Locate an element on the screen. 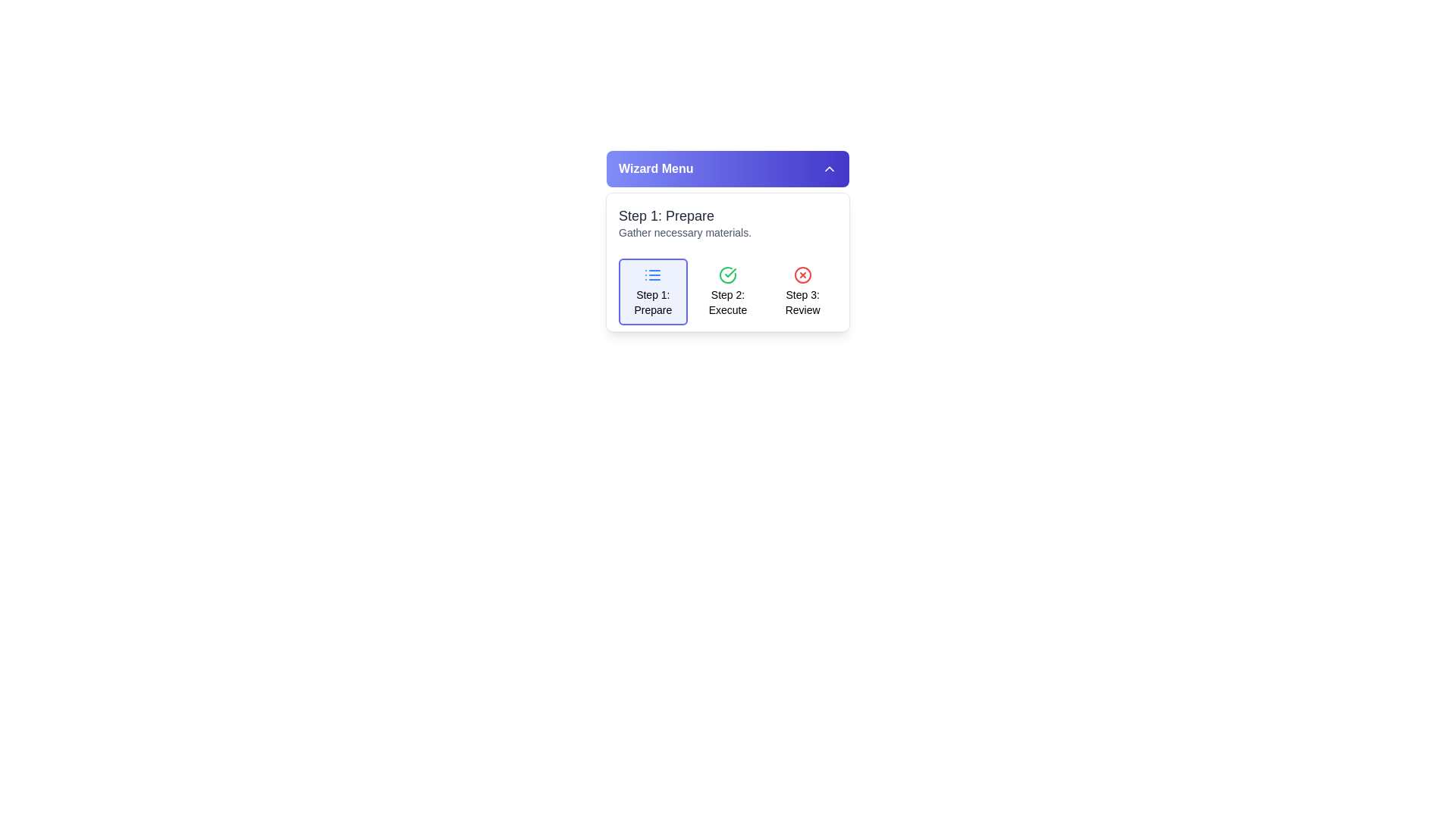 Image resolution: width=1456 pixels, height=819 pixels. the chevron-up icon (Collapse Icon) located on the right-hand side of the 'Wizard Menu' bar is located at coordinates (829, 169).